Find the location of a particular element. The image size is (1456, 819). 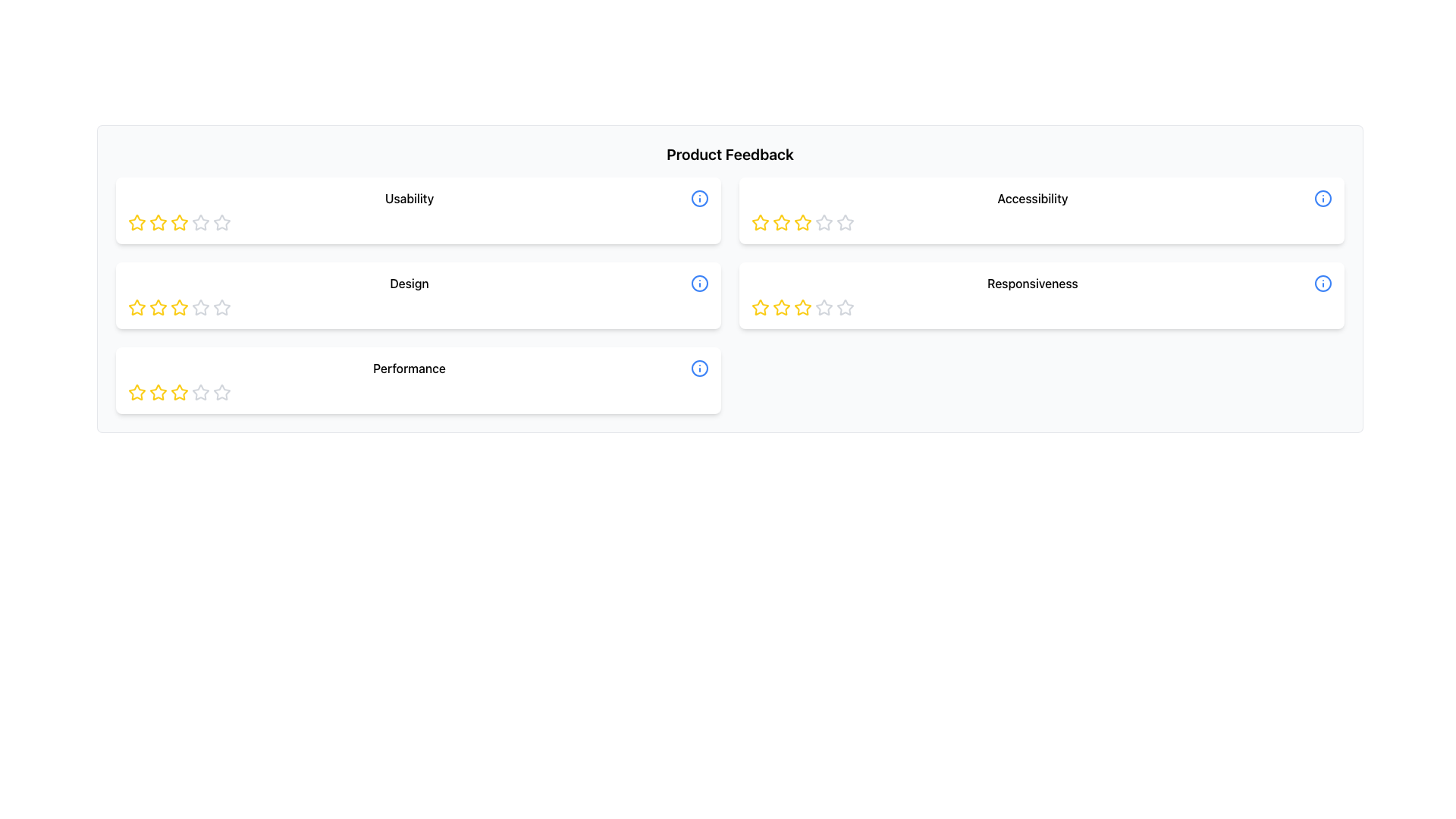

the third star in the five-star rating system for the 'Usability' feedback row is located at coordinates (221, 222).